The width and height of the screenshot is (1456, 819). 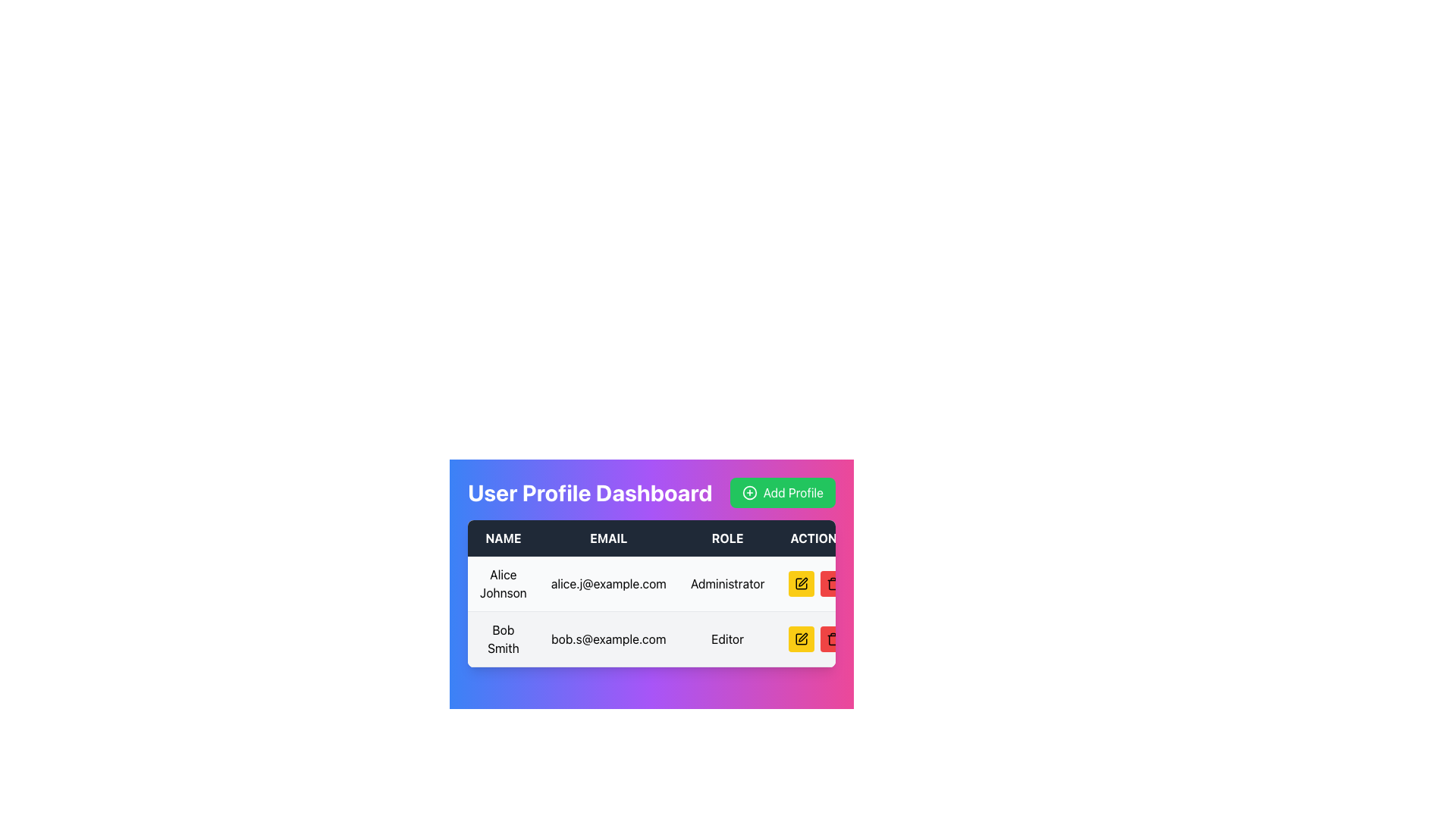 What do you see at coordinates (801, 583) in the screenshot?
I see `the icon button located on the rightmost edge of the user list table beneath the 'ACTION' column header for the row associated with 'Bob Smith'` at bounding box center [801, 583].